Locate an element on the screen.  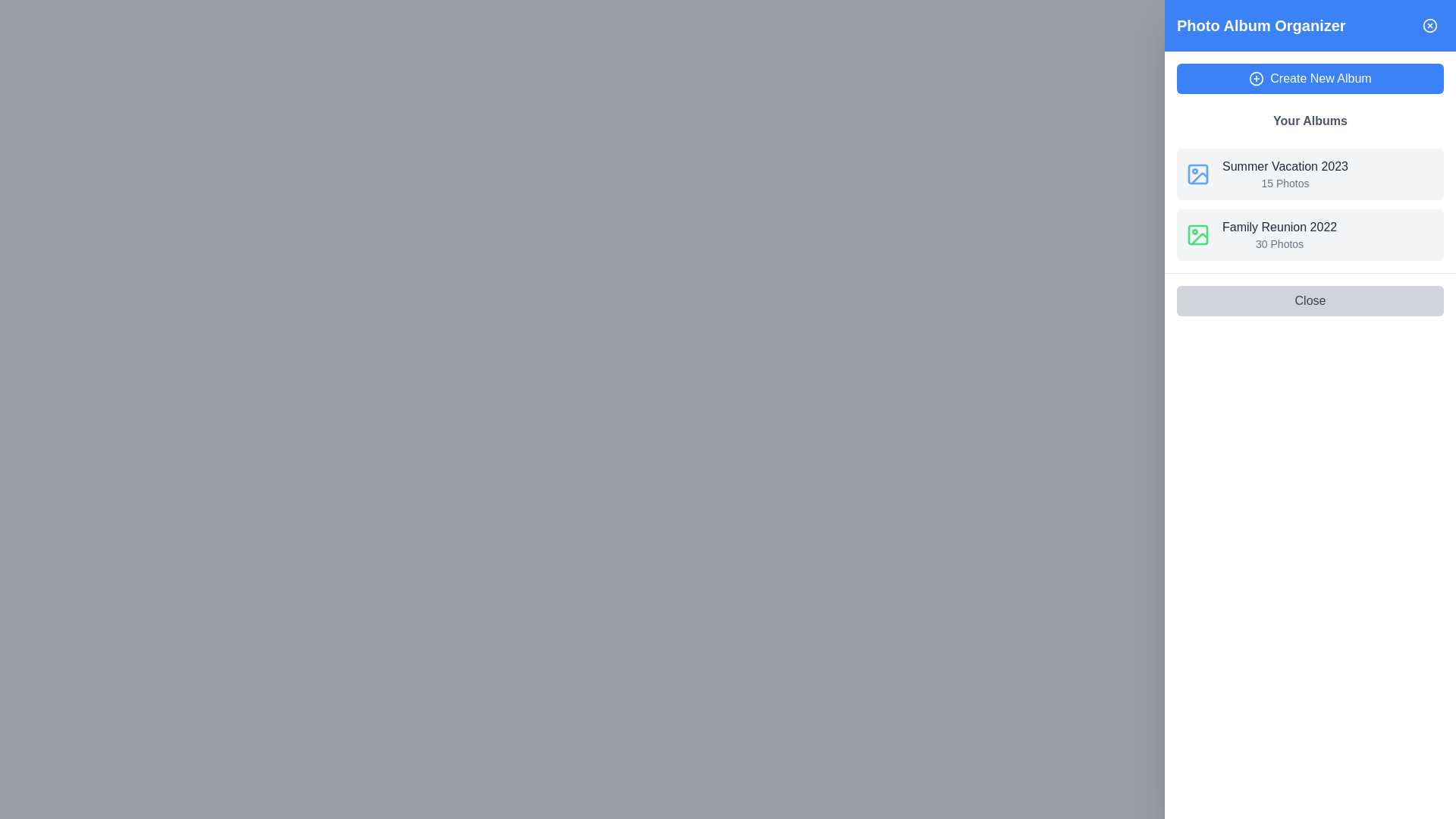
the decorative circular SVG graphic element that indicates addition or creation functionalities, located near the 'Create New Album' button in the top-right corner of the interface is located at coordinates (1257, 79).